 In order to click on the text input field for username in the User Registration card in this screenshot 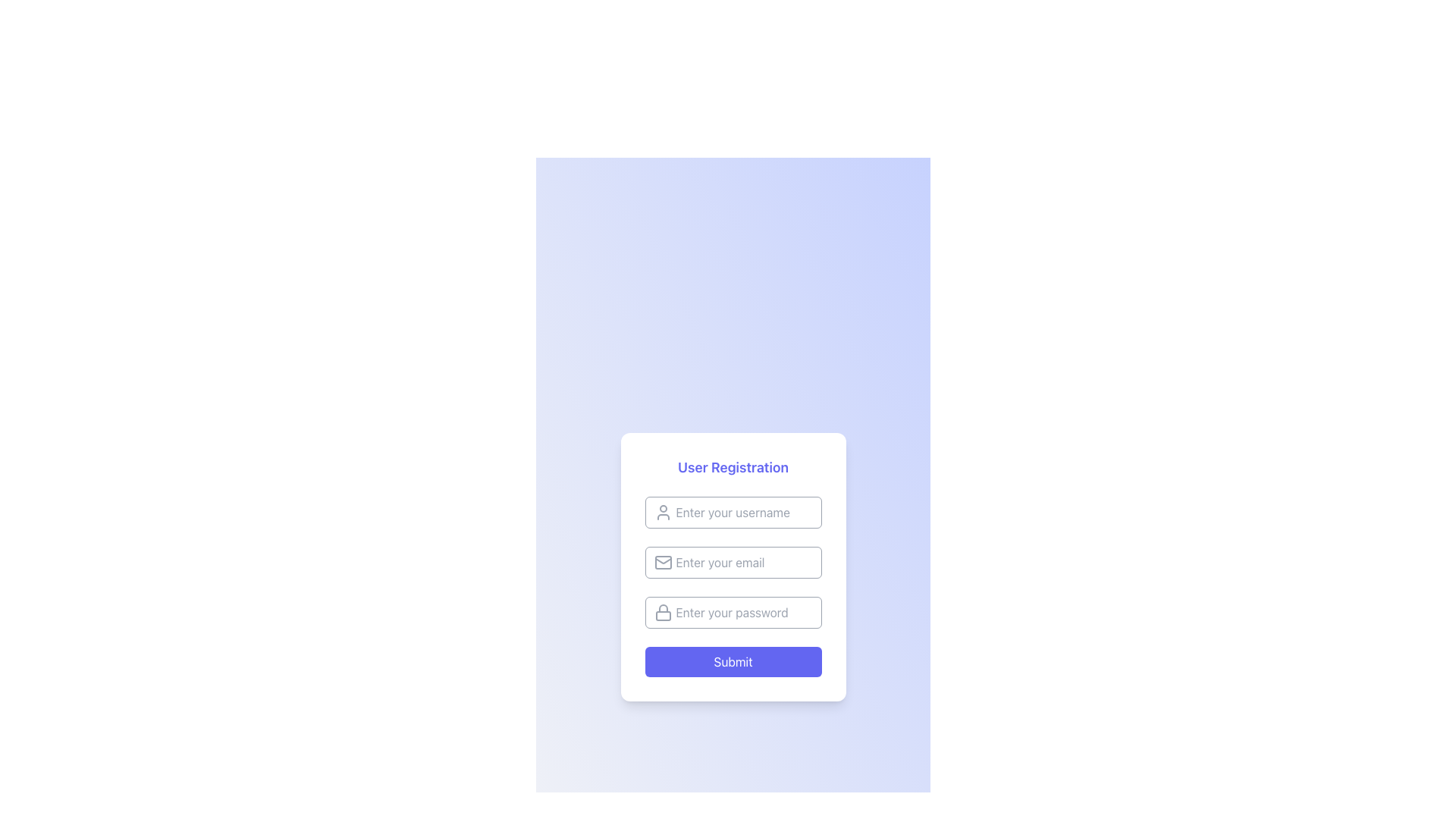, I will do `click(733, 512)`.